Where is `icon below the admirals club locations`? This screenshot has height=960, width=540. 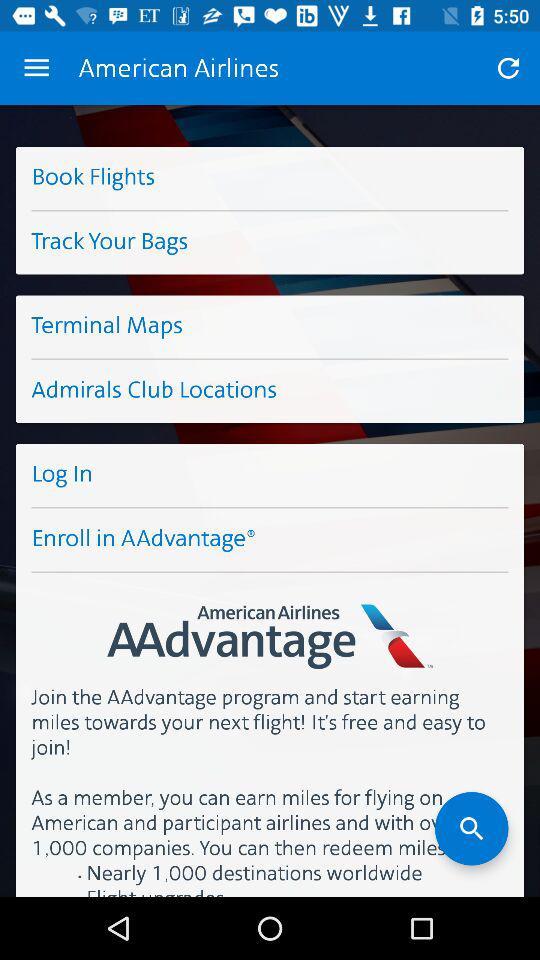
icon below the admirals club locations is located at coordinates (270, 475).